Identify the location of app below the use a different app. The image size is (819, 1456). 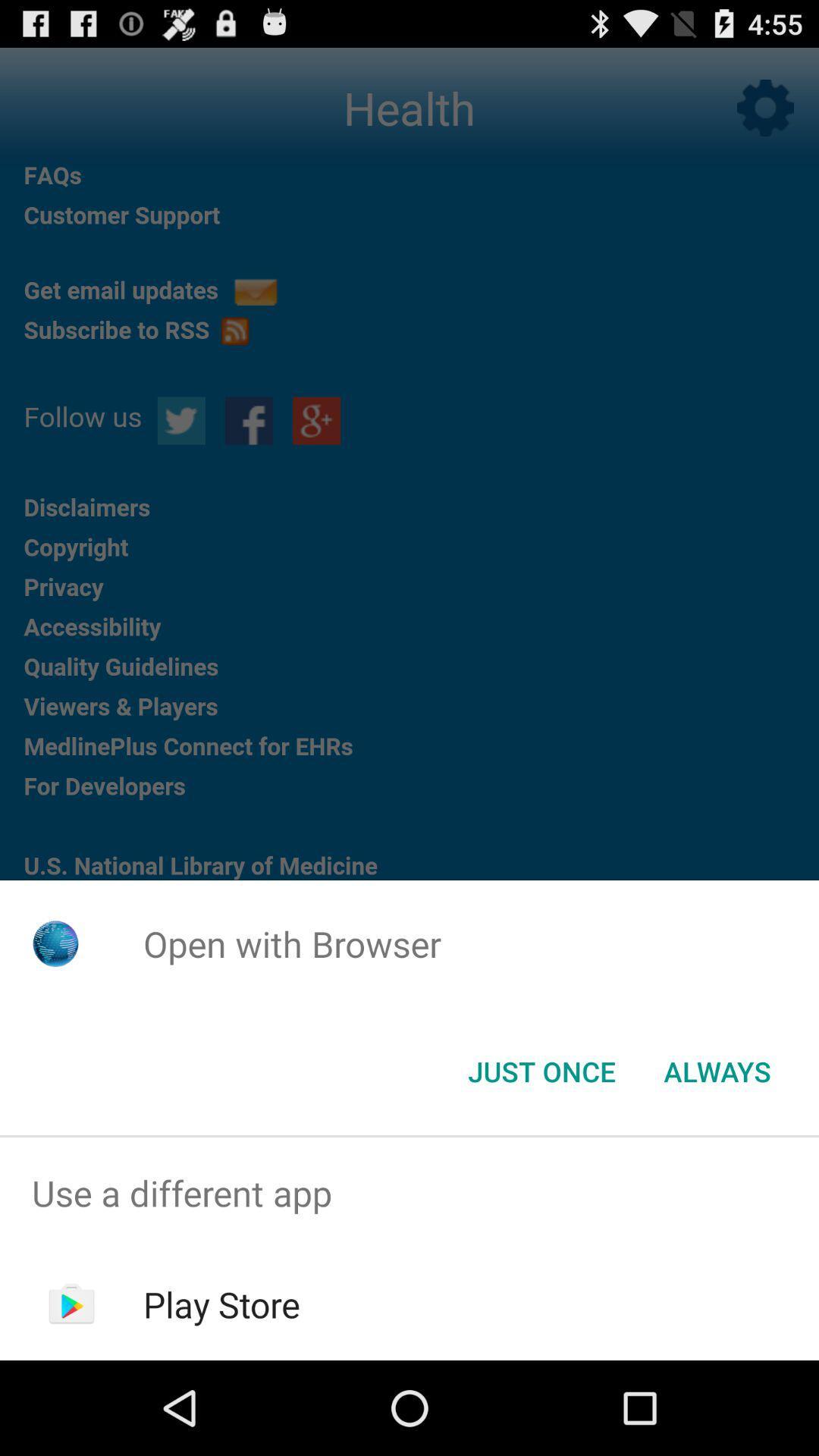
(221, 1304).